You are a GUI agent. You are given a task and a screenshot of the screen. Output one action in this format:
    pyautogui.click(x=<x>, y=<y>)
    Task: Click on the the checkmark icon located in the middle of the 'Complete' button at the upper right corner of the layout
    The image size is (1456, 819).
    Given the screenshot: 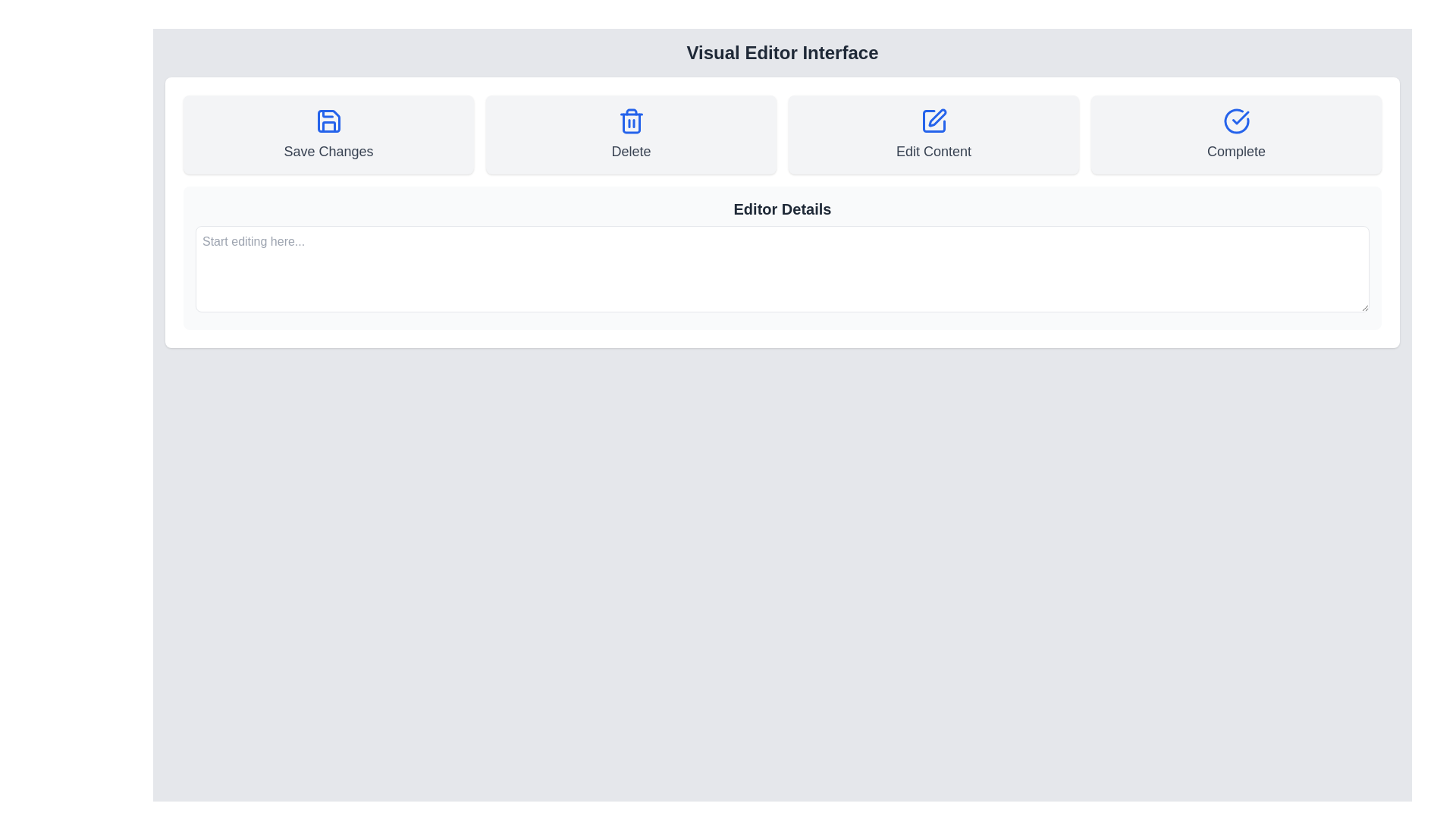 What is the action you would take?
    pyautogui.click(x=1240, y=117)
    